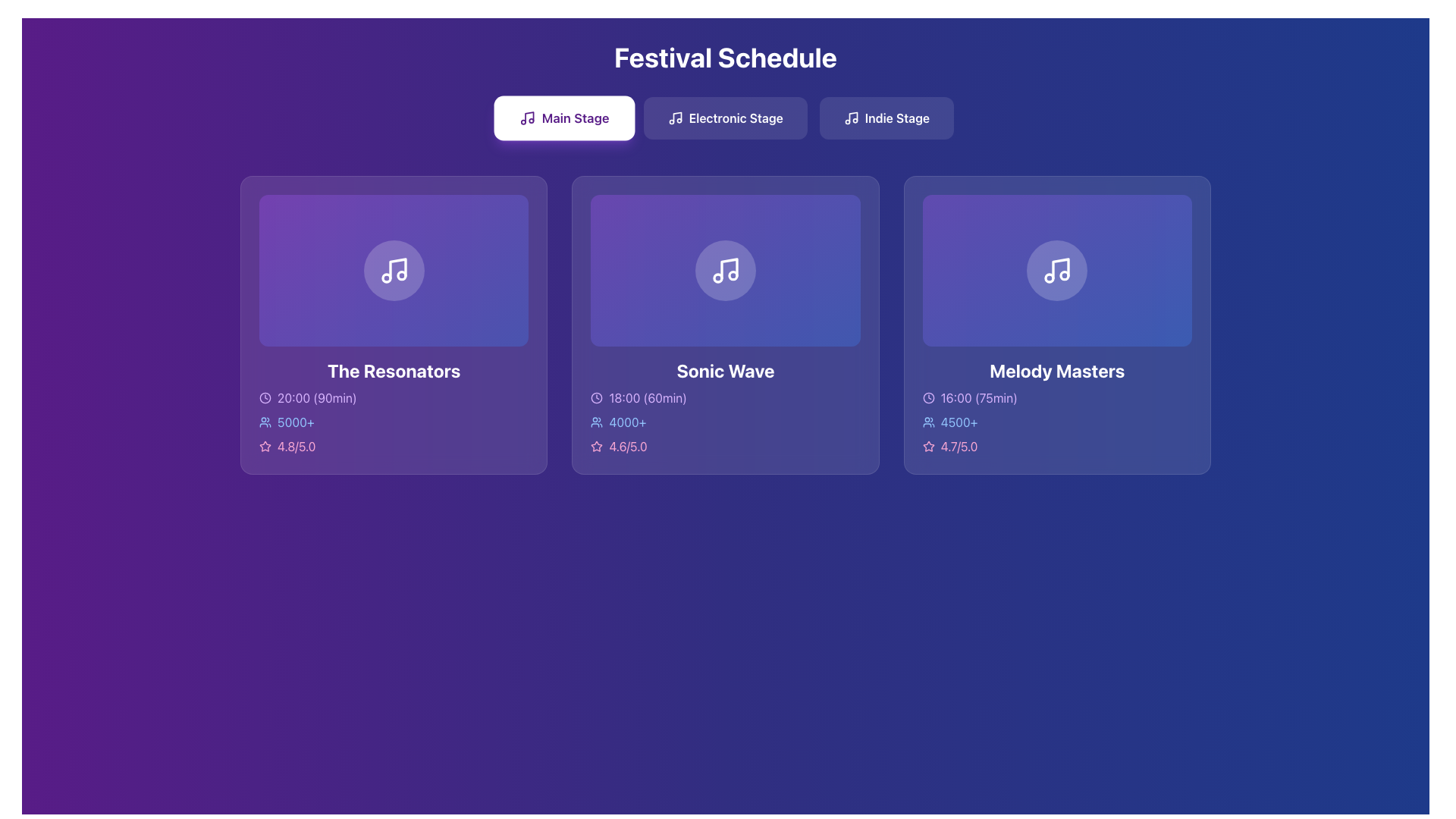 Image resolution: width=1456 pixels, height=819 pixels. Describe the element at coordinates (265, 445) in the screenshot. I see `the star icon located at the bottom-right corner of 'The Resonators' card` at that location.